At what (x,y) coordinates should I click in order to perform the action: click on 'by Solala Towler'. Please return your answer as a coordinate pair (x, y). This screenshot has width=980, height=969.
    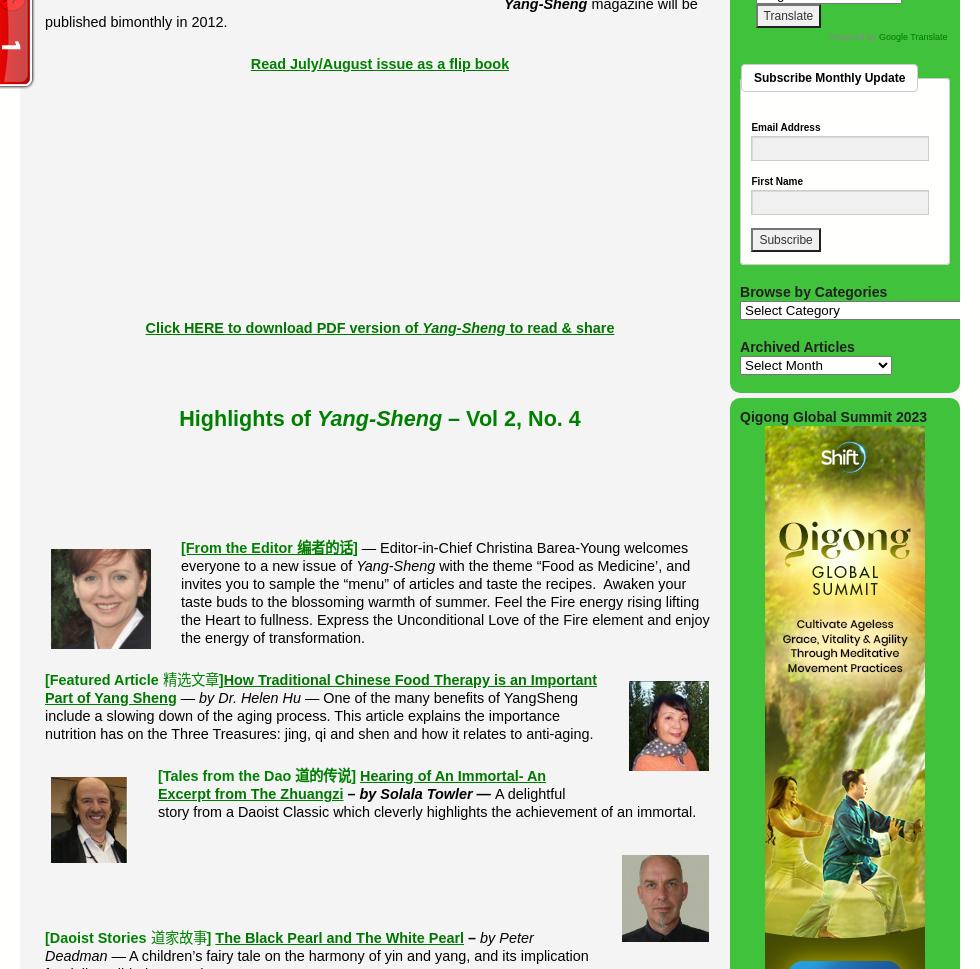
    Looking at the image, I should click on (415, 793).